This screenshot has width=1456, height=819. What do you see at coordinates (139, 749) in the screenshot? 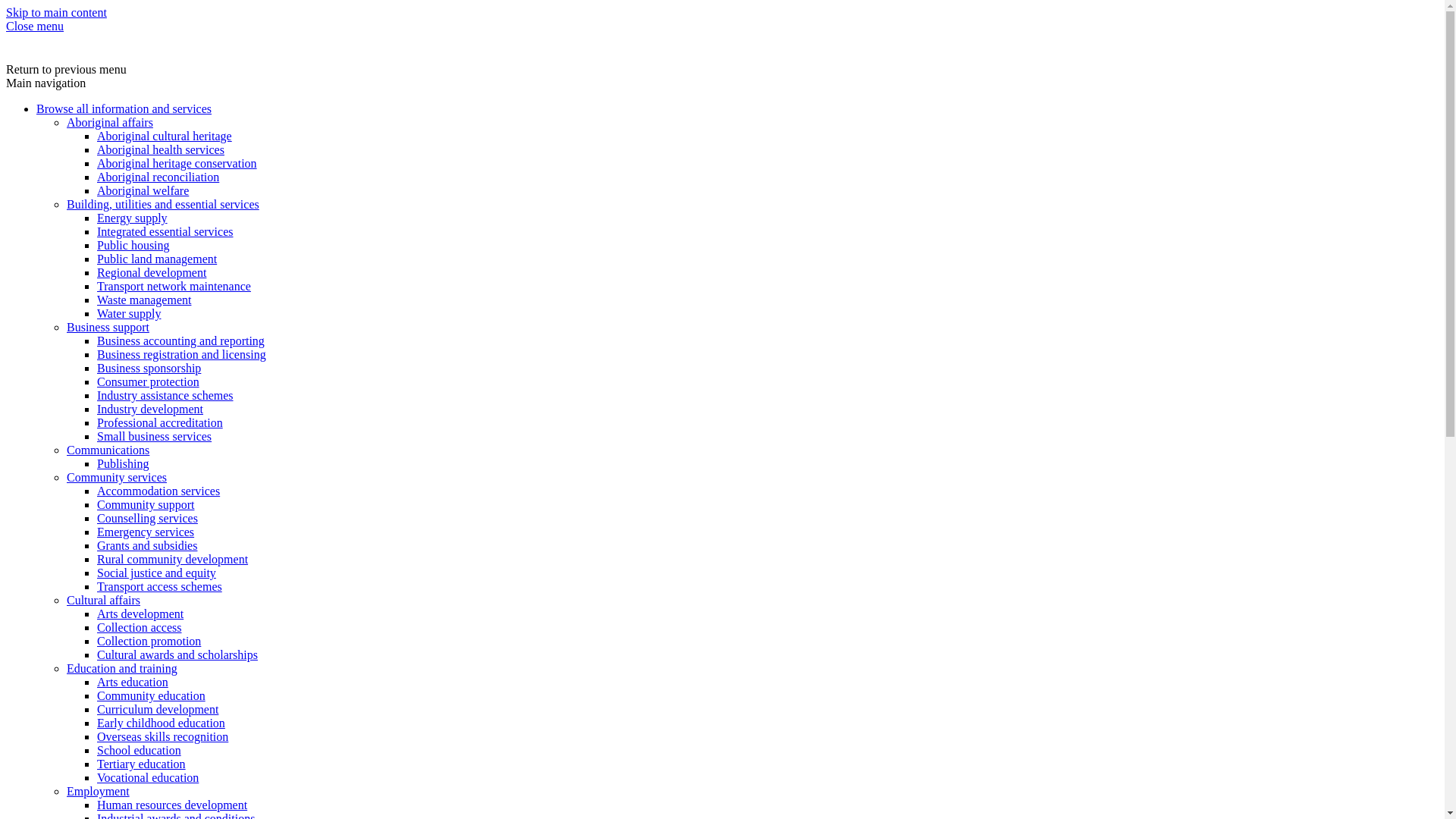
I see `'School education'` at bounding box center [139, 749].